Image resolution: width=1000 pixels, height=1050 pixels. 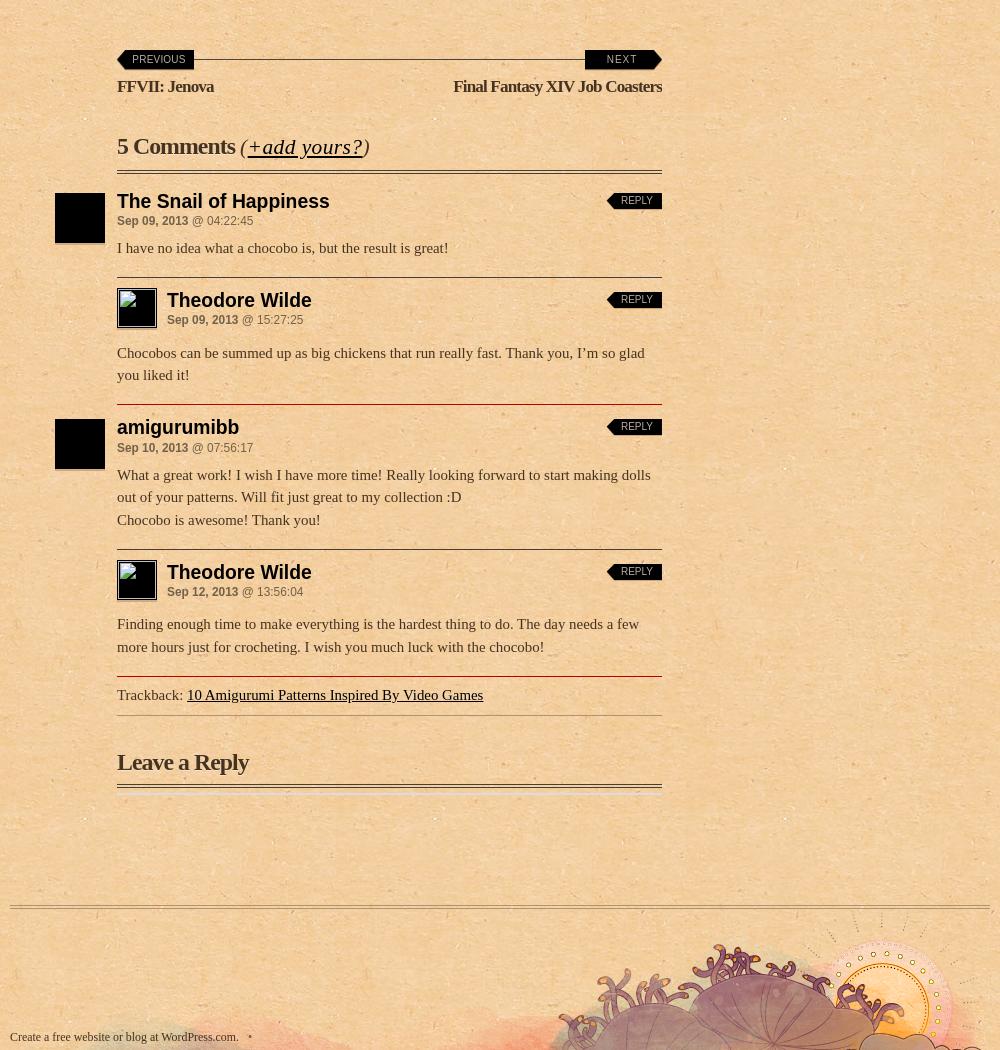 I want to click on 'Leave a Reply', so click(x=116, y=756).